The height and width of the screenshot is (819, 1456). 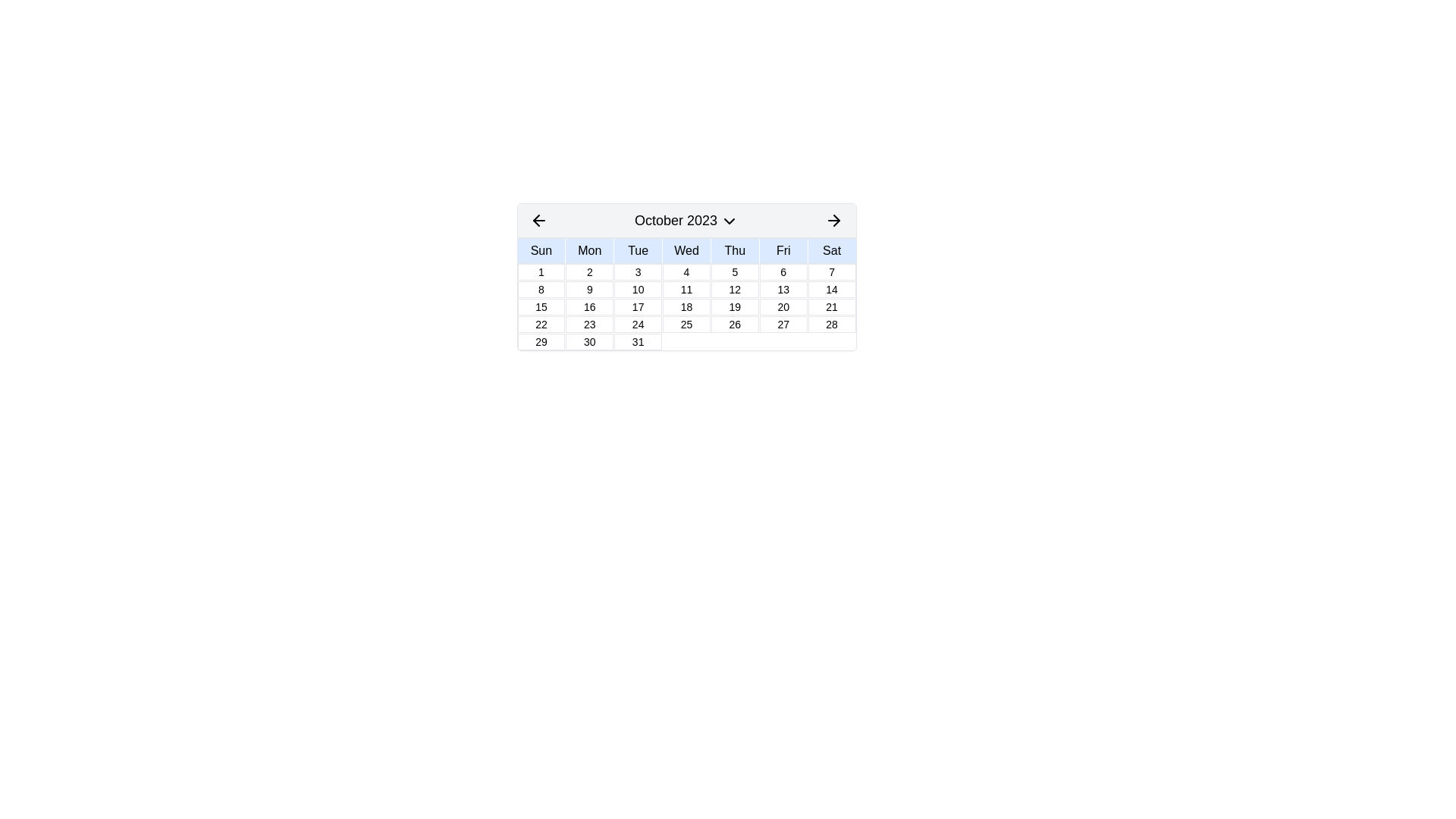 I want to click on the calendar day cell representing Tuesday, October 10th, so click(x=638, y=289).